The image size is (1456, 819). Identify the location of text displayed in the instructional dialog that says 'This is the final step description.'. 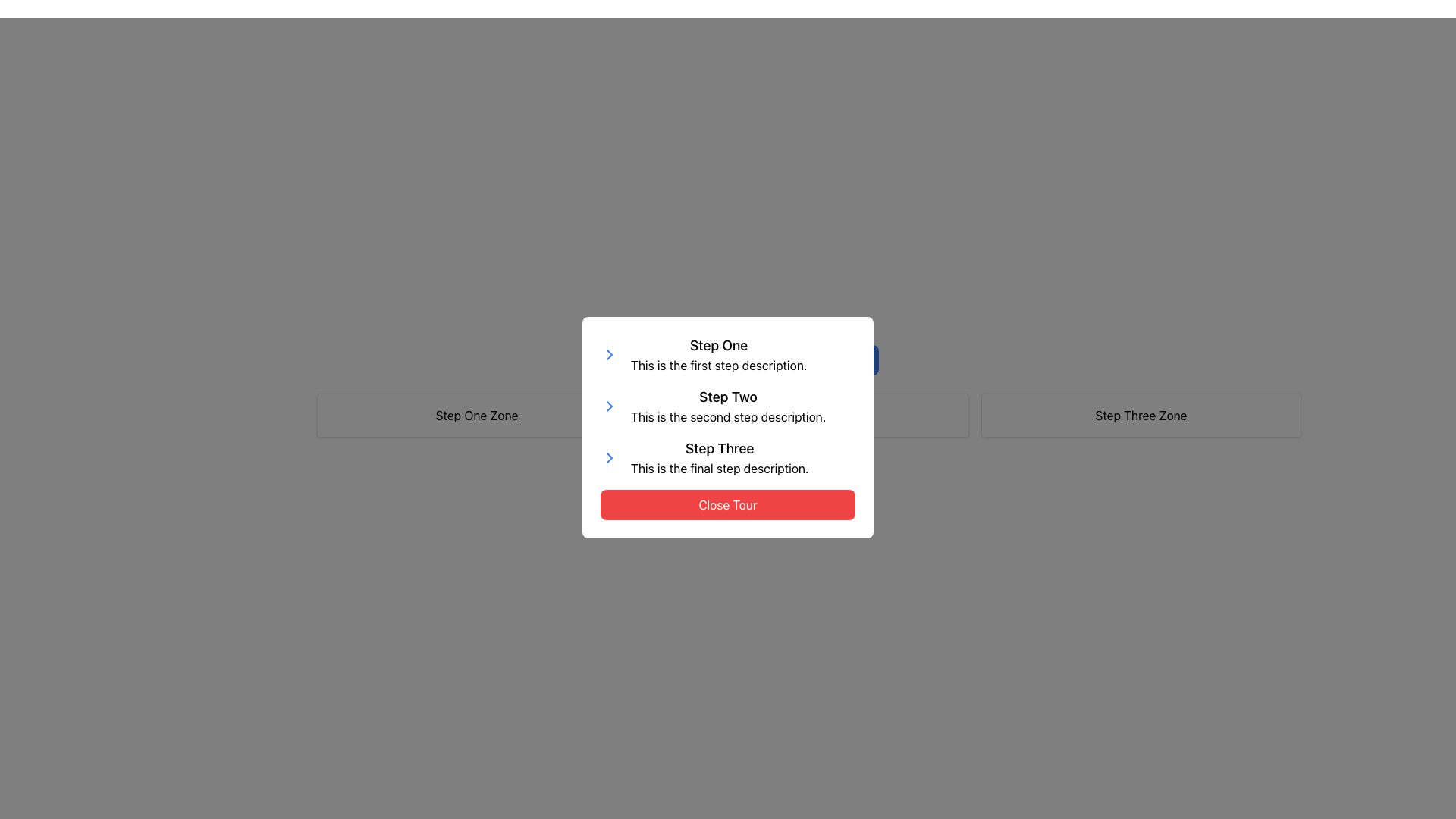
(719, 467).